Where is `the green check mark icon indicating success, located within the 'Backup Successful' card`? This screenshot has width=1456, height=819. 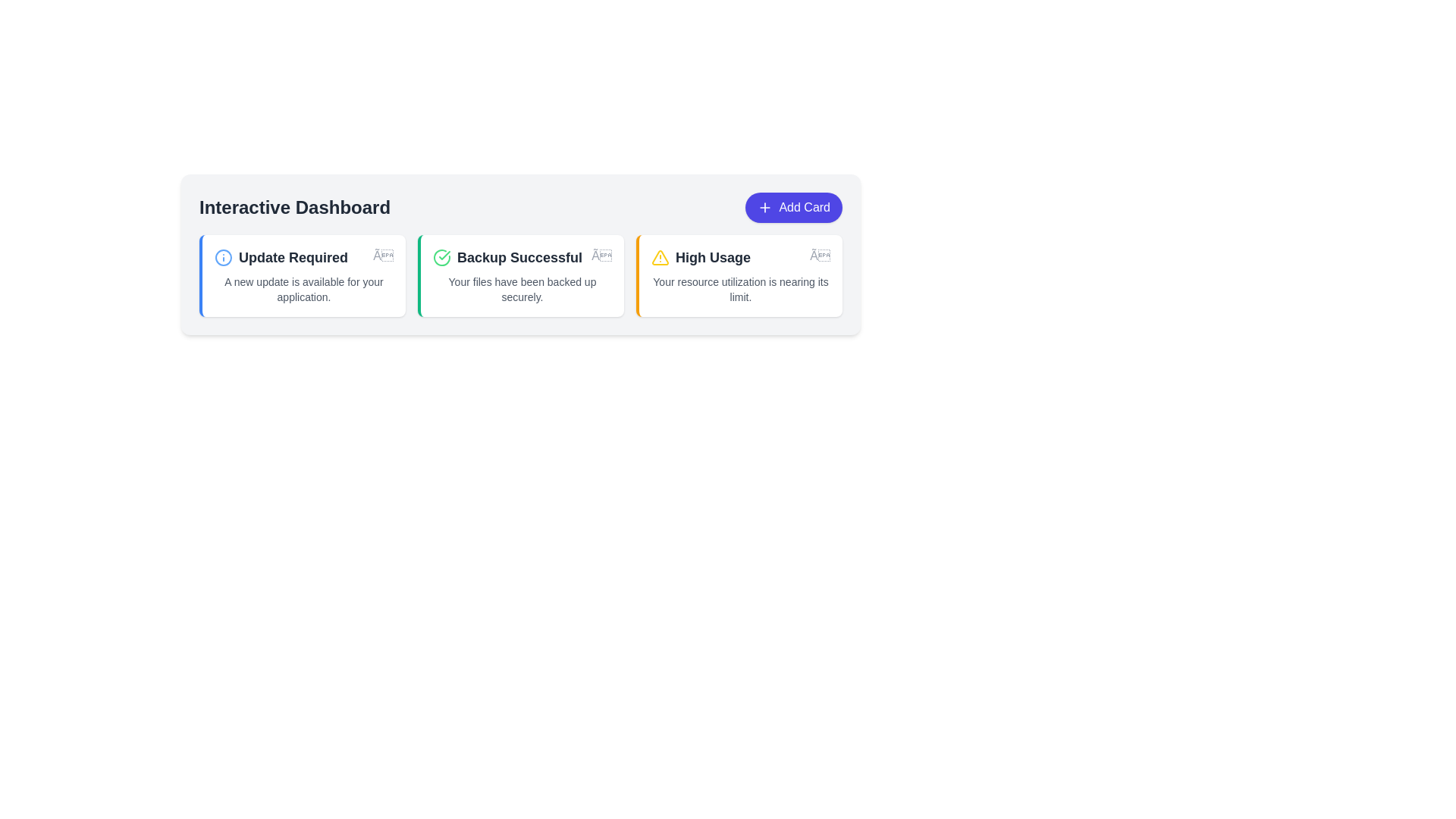 the green check mark icon indicating success, located within the 'Backup Successful' card is located at coordinates (444, 254).